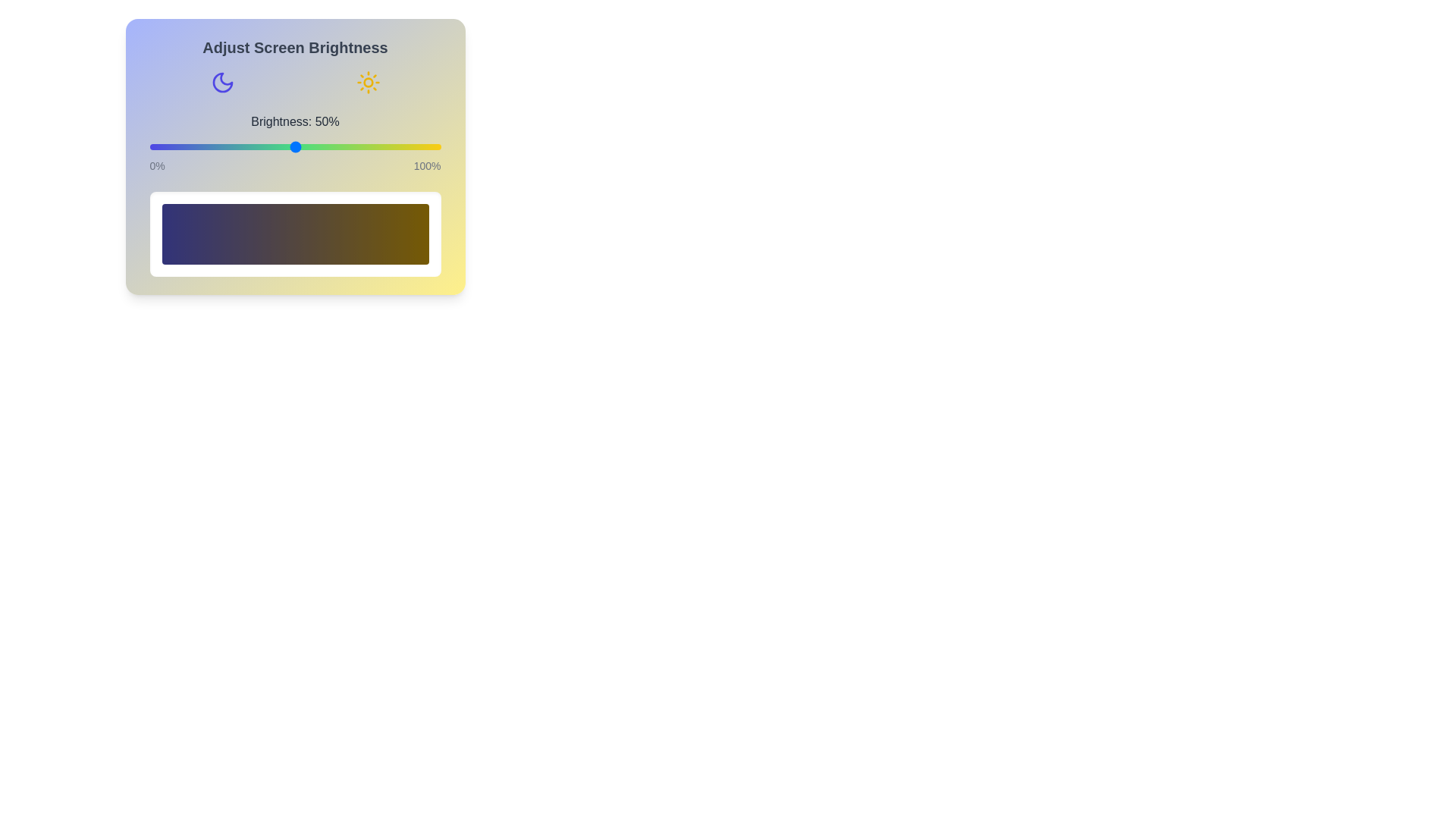 This screenshot has height=819, width=1456. Describe the element at coordinates (382, 146) in the screenshot. I see `the brightness to 80% using the slider` at that location.